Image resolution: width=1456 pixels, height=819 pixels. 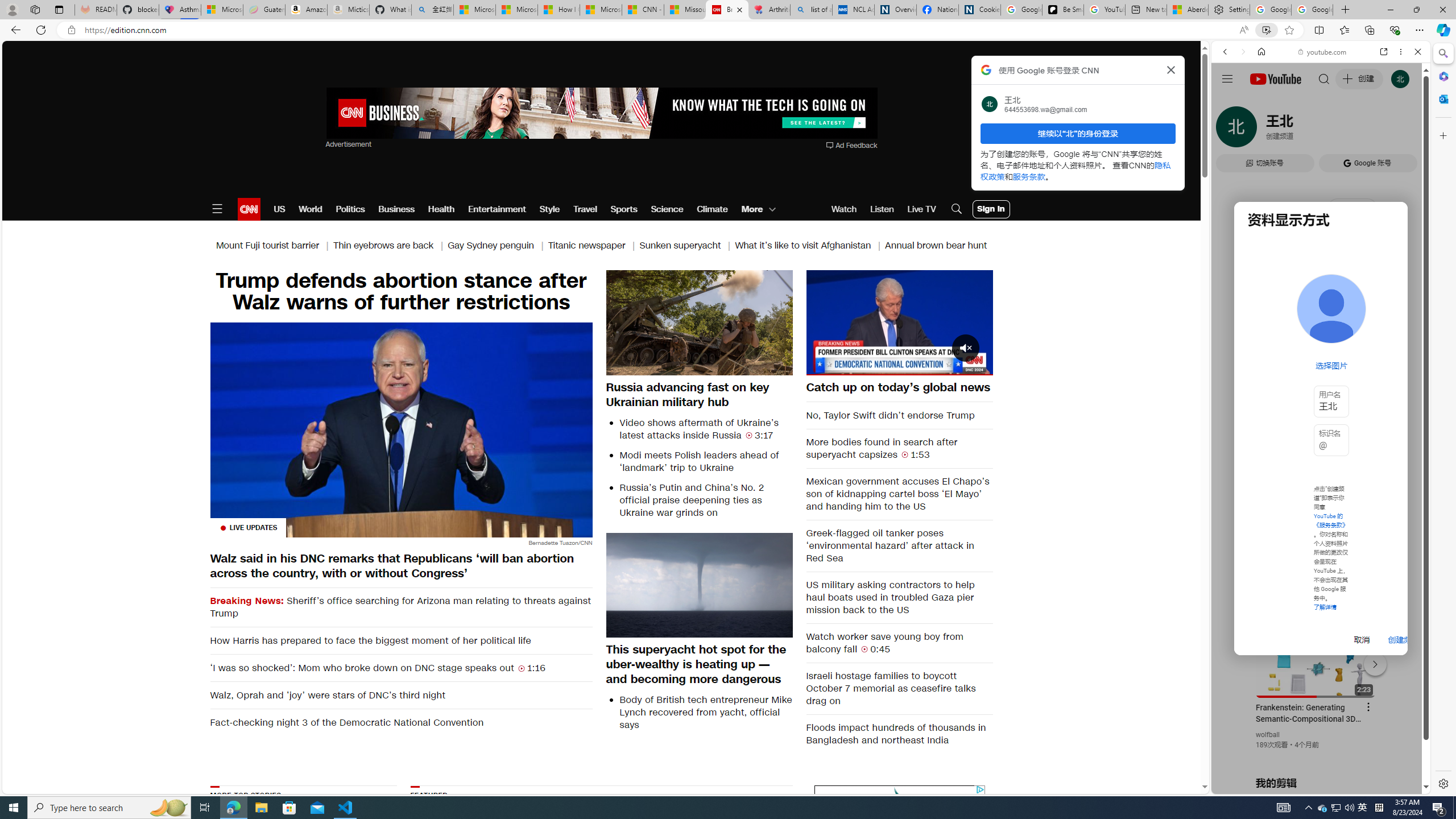 What do you see at coordinates (642, 9) in the screenshot?
I see `'CNN - MSN'` at bounding box center [642, 9].